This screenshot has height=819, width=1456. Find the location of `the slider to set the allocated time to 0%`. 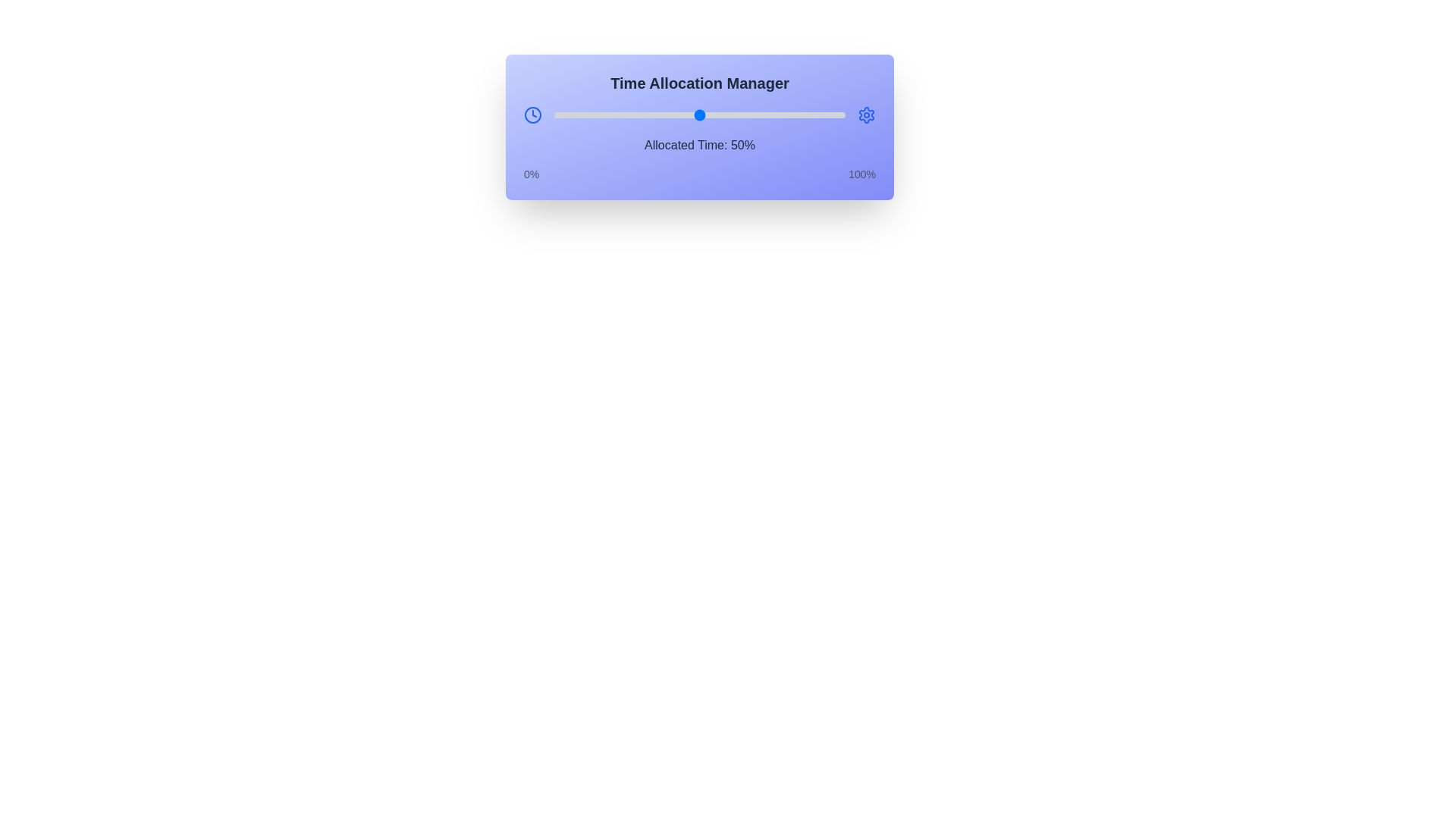

the slider to set the allocated time to 0% is located at coordinates (553, 114).